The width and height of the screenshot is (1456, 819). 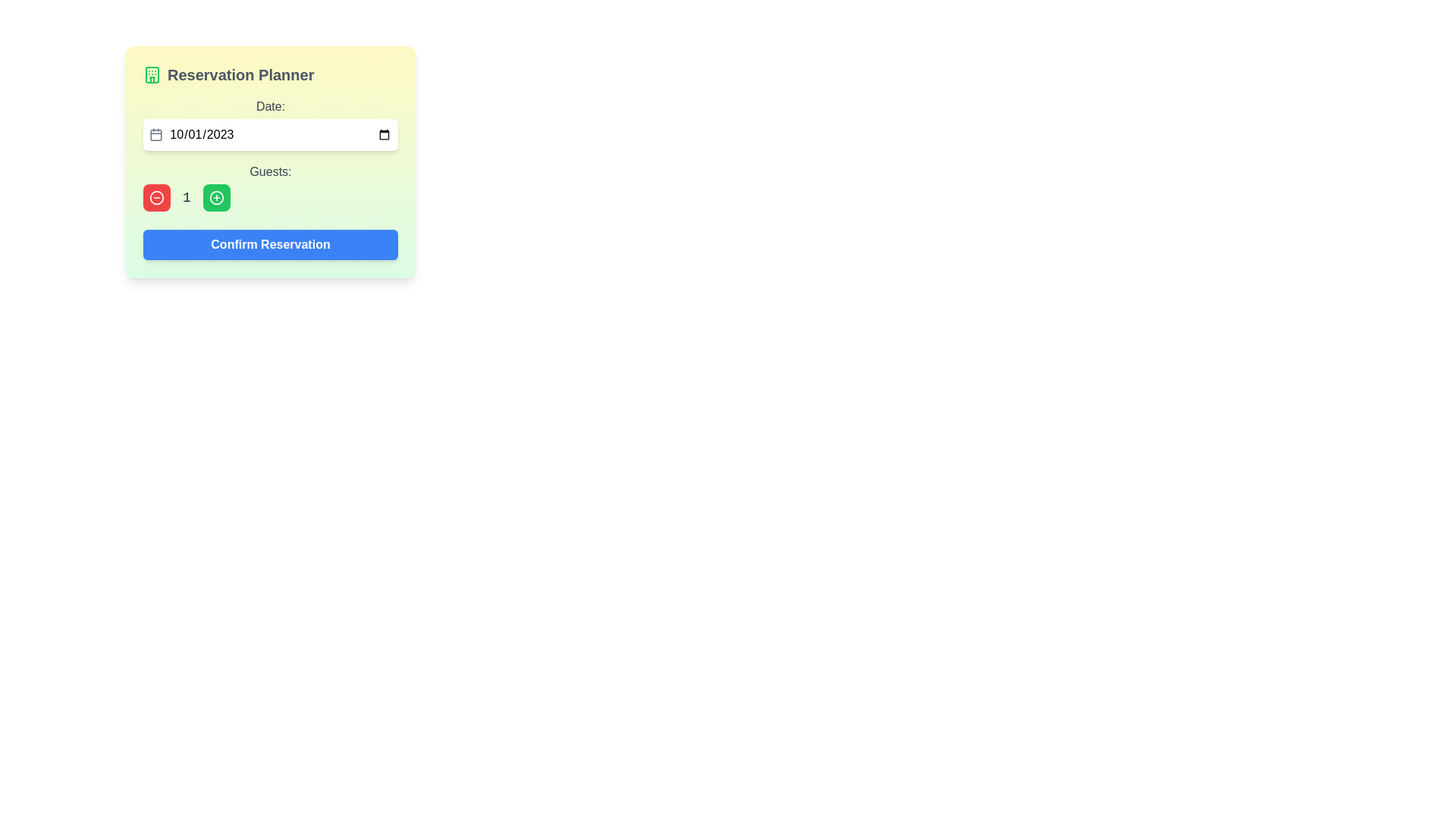 I want to click on the label indicating the function of the controls for setting the number of guests, which is located in the middle section of the form interface, directly below the date input field, so click(x=270, y=171).